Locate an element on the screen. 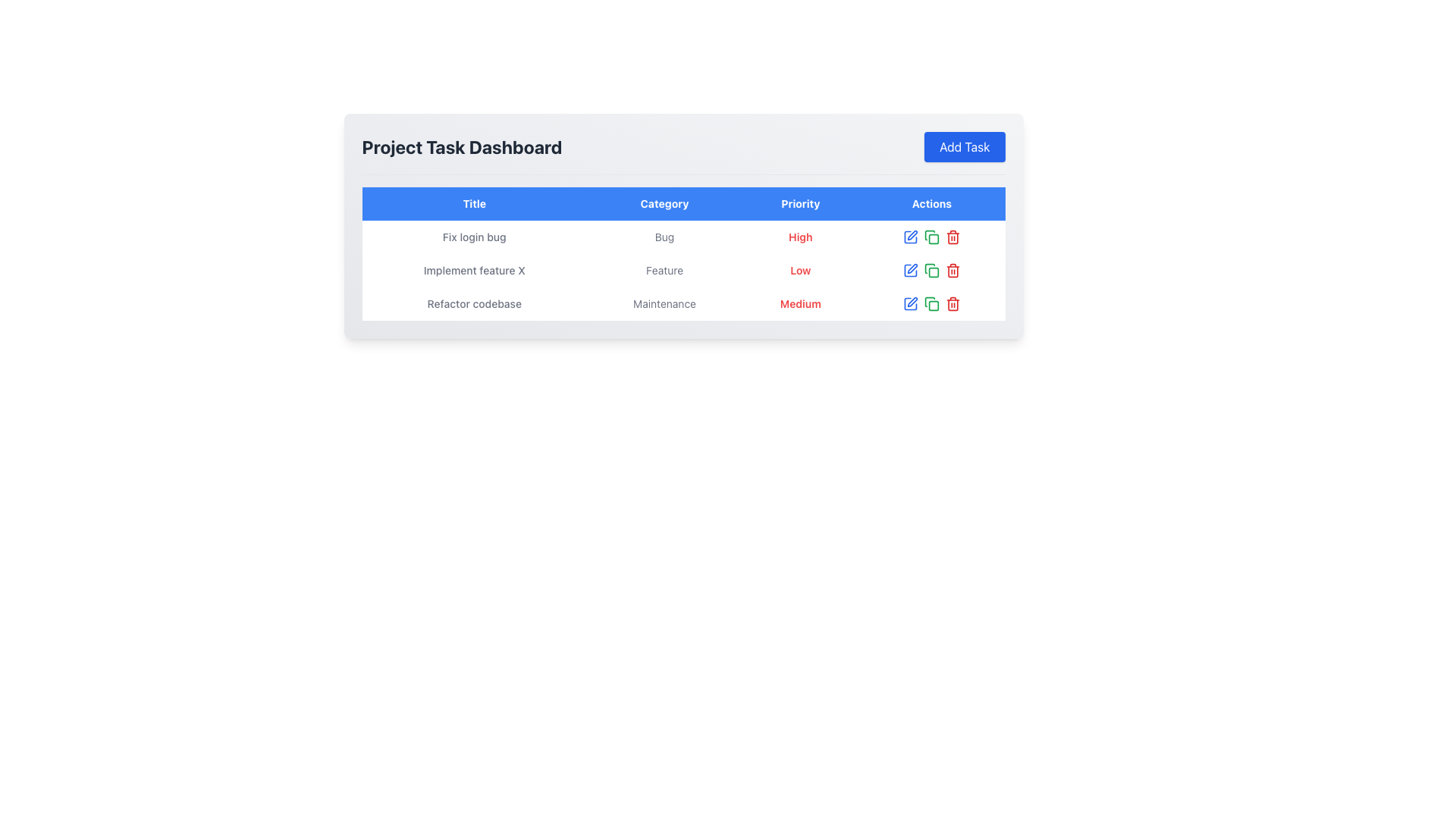 Image resolution: width=1456 pixels, height=819 pixels. the green rectangular button resembling a sheet of paper located in the 'Actions' column of the last row of the table is located at coordinates (930, 304).